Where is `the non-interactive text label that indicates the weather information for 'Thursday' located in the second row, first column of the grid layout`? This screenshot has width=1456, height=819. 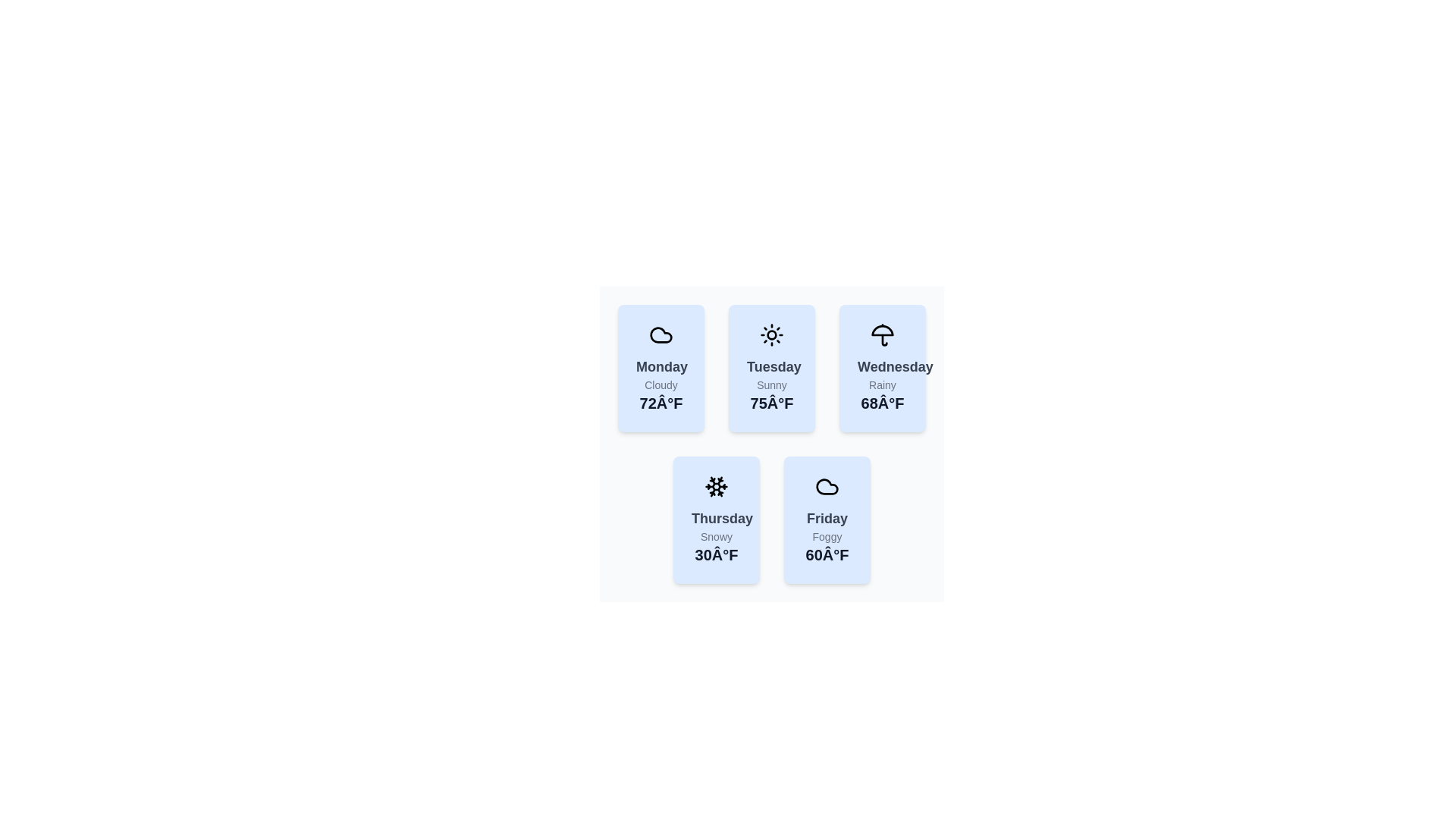
the non-interactive text label that indicates the weather information for 'Thursday' located in the second row, first column of the grid layout is located at coordinates (716, 517).